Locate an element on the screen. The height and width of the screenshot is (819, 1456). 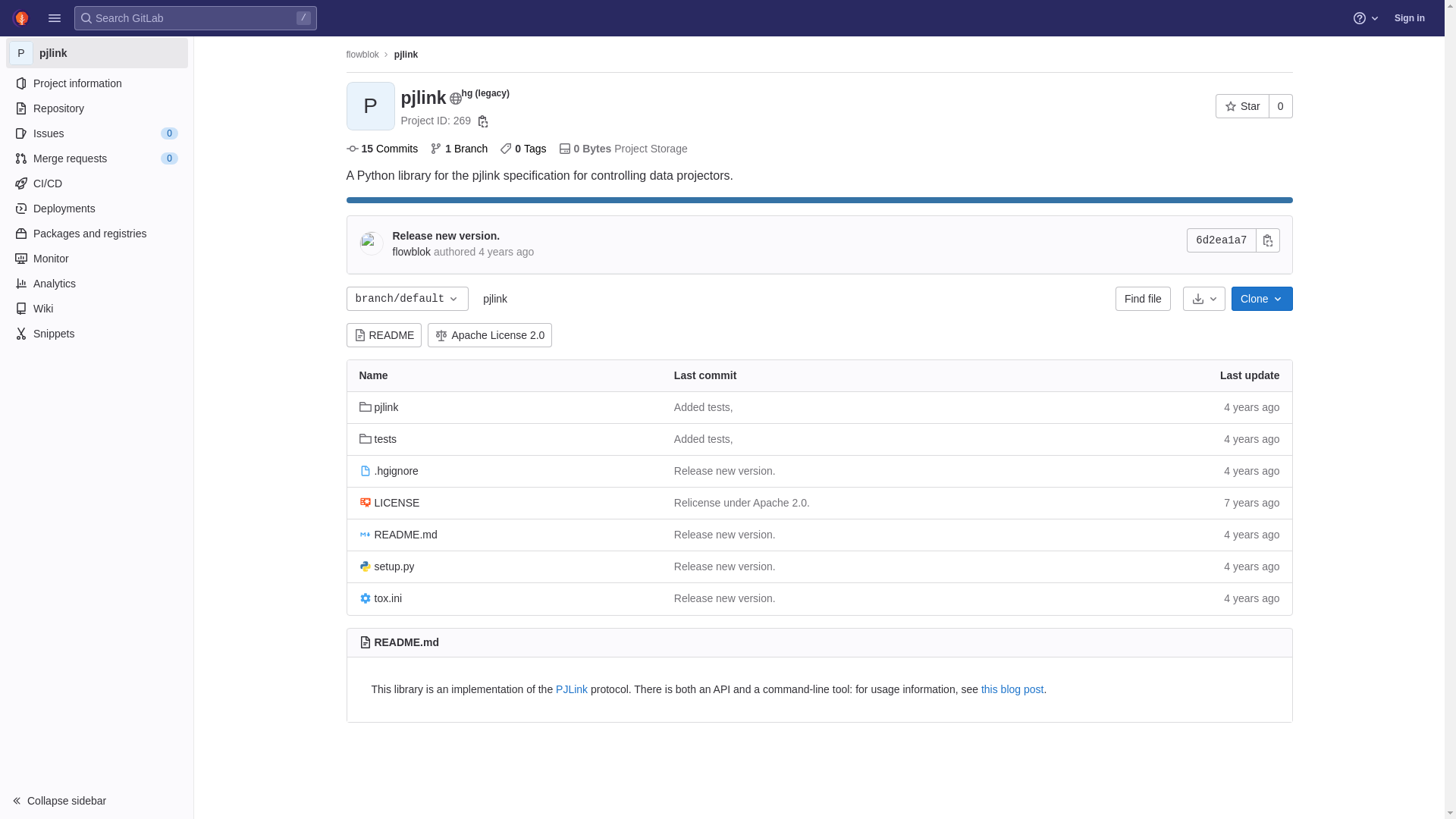
'pjlink' is located at coordinates (406, 54).